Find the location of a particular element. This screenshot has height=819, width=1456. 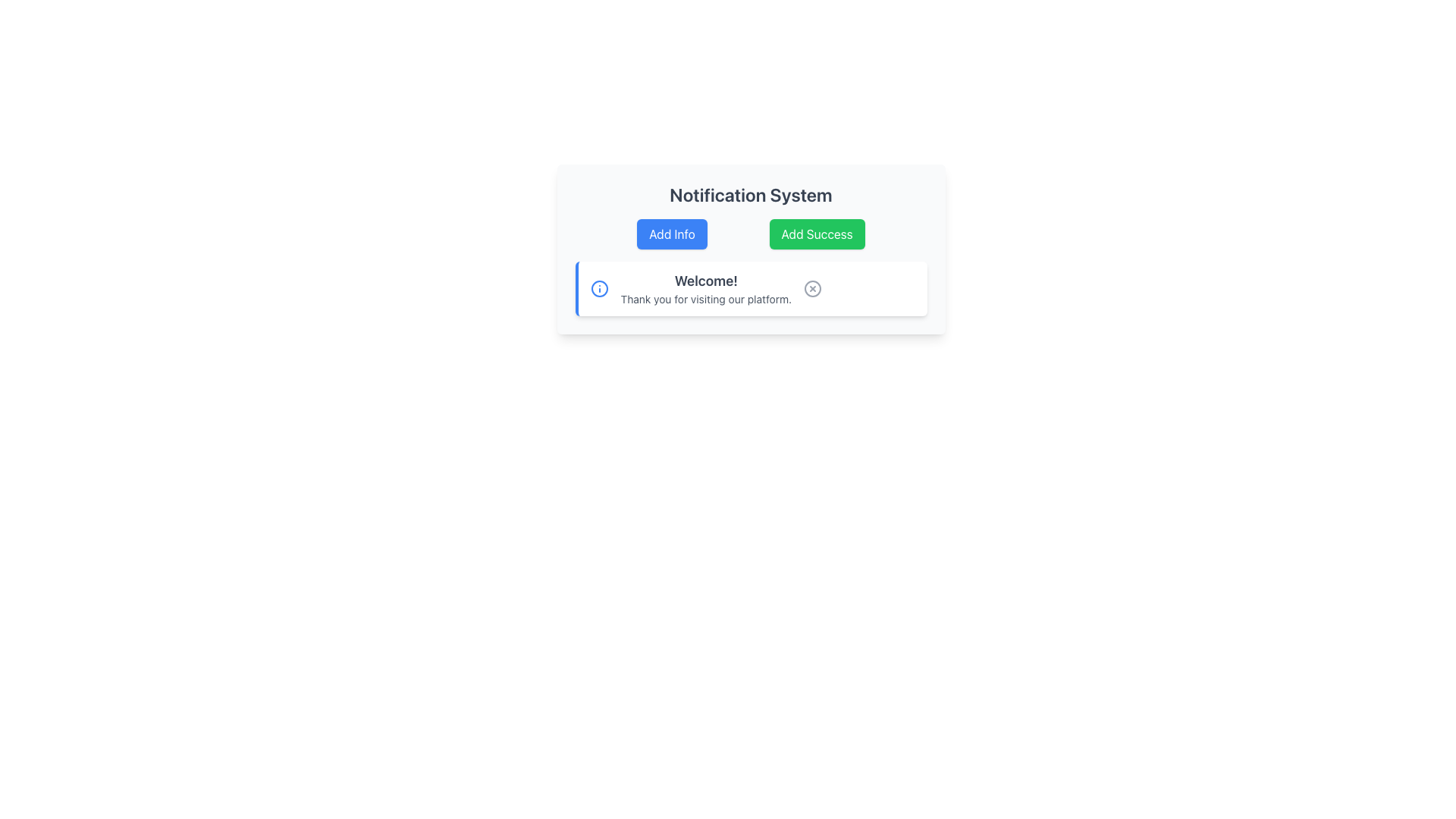

the leftmost button located below the 'Notification System' heading is located at coordinates (671, 234).